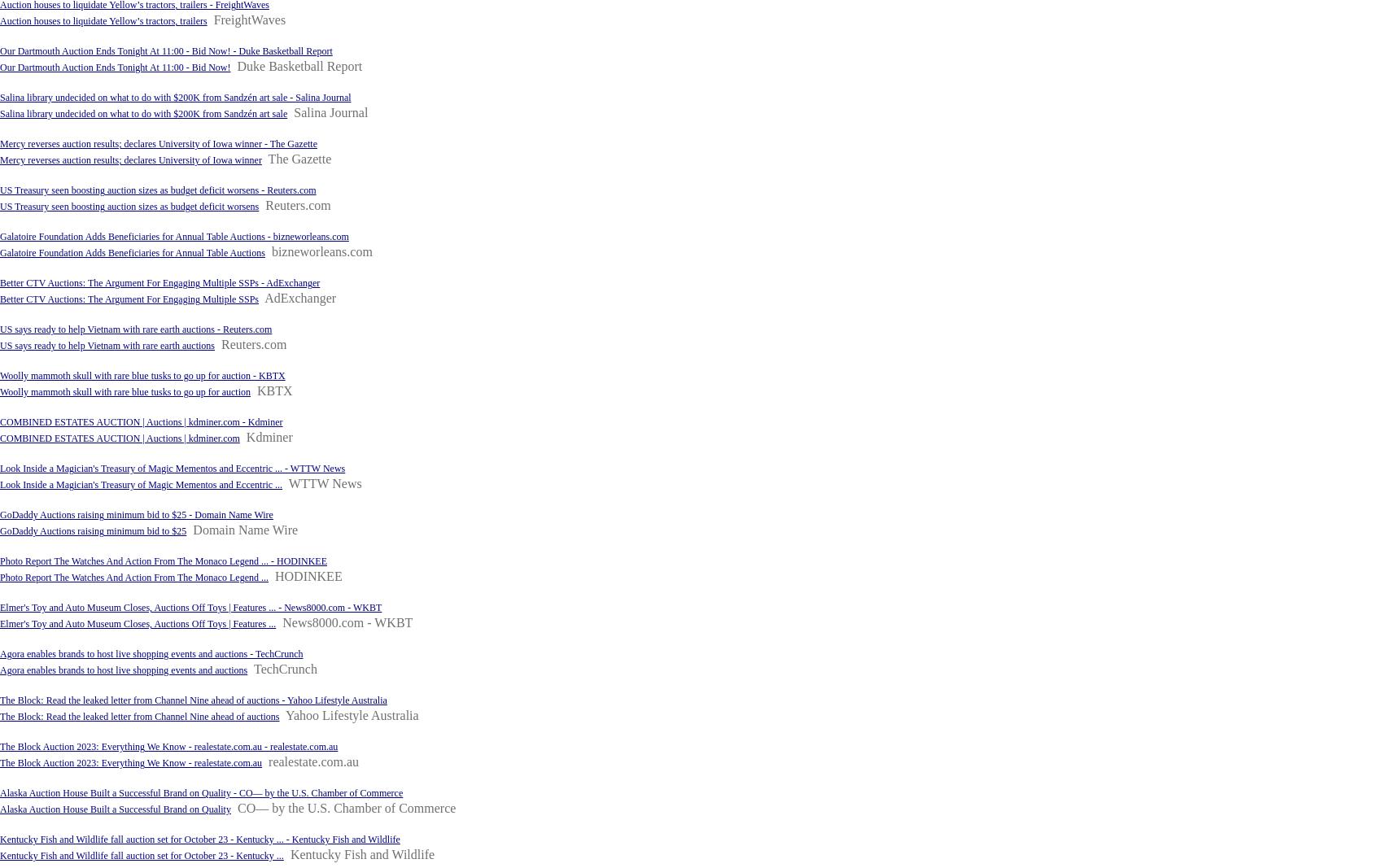 This screenshot has height=868, width=1385. I want to click on 'Salina library undecided on what to do with $200K from Sandzén art sale', so click(142, 112).